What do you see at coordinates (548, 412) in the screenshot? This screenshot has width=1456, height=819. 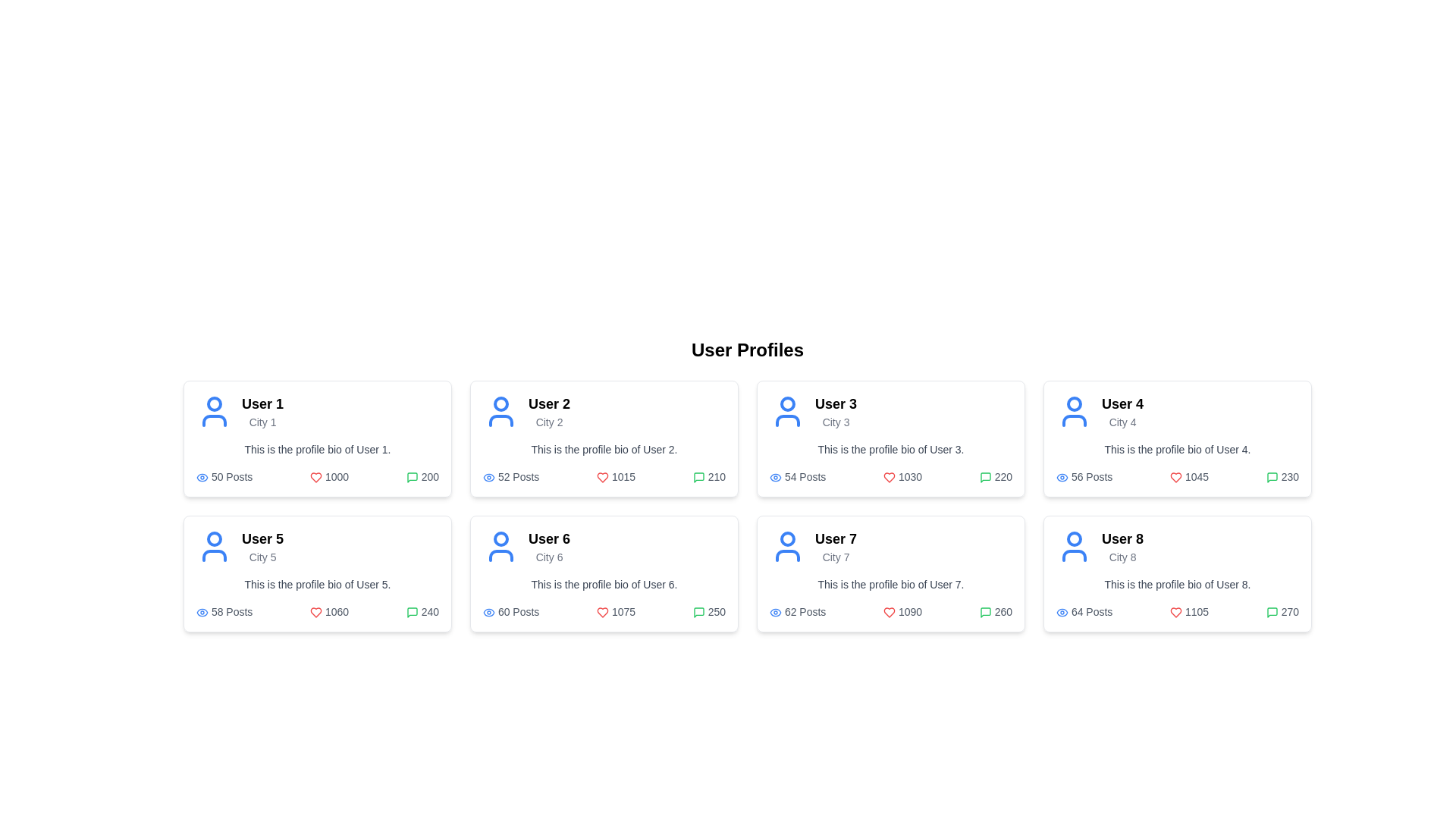 I see `the user identifier text displaying the user name and associated city` at bounding box center [548, 412].